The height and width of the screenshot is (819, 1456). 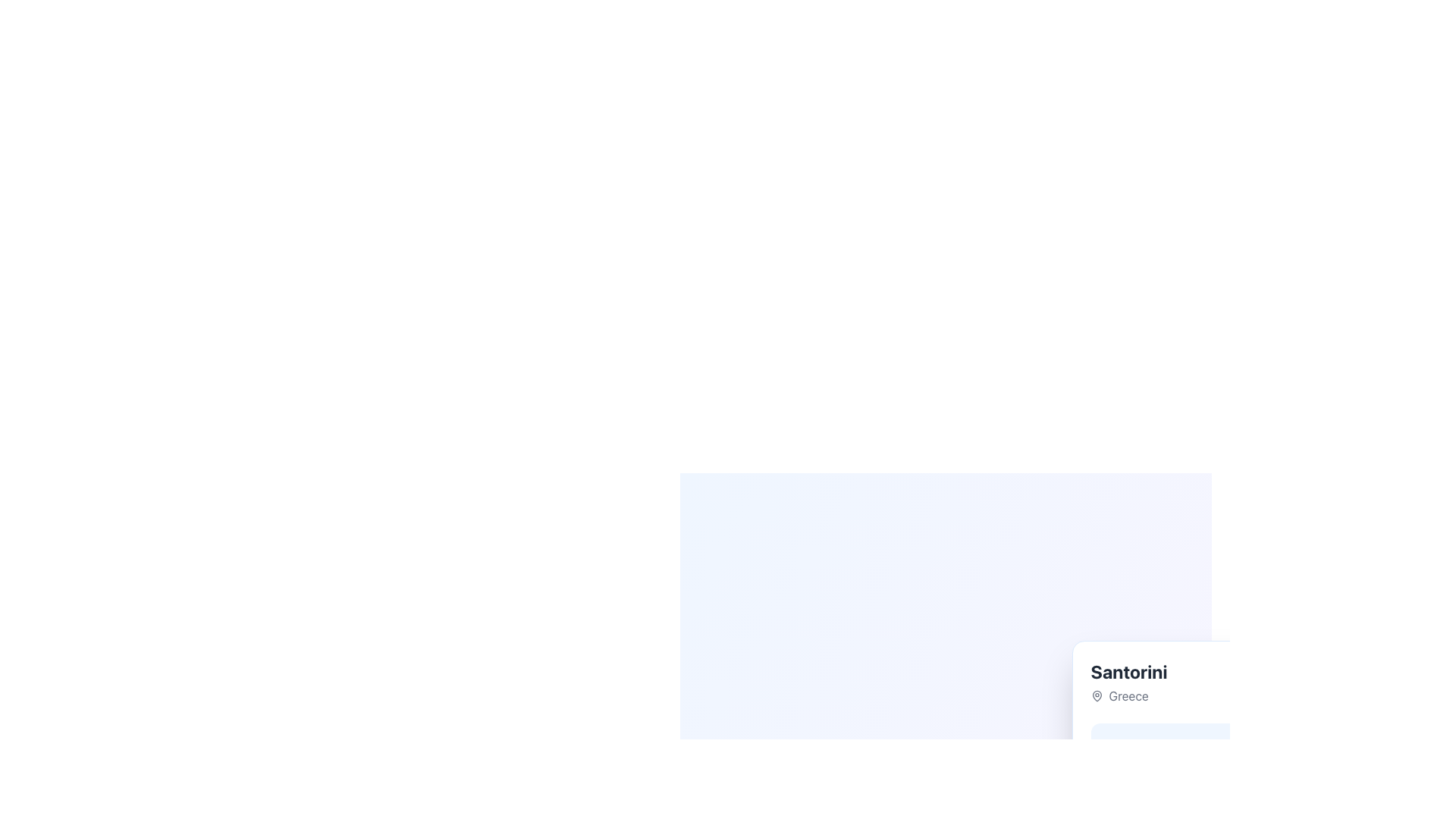 I want to click on the text label displaying 'Santorini' which is located above the word 'Greece' with a location marker icon preceding it, so click(x=1128, y=681).